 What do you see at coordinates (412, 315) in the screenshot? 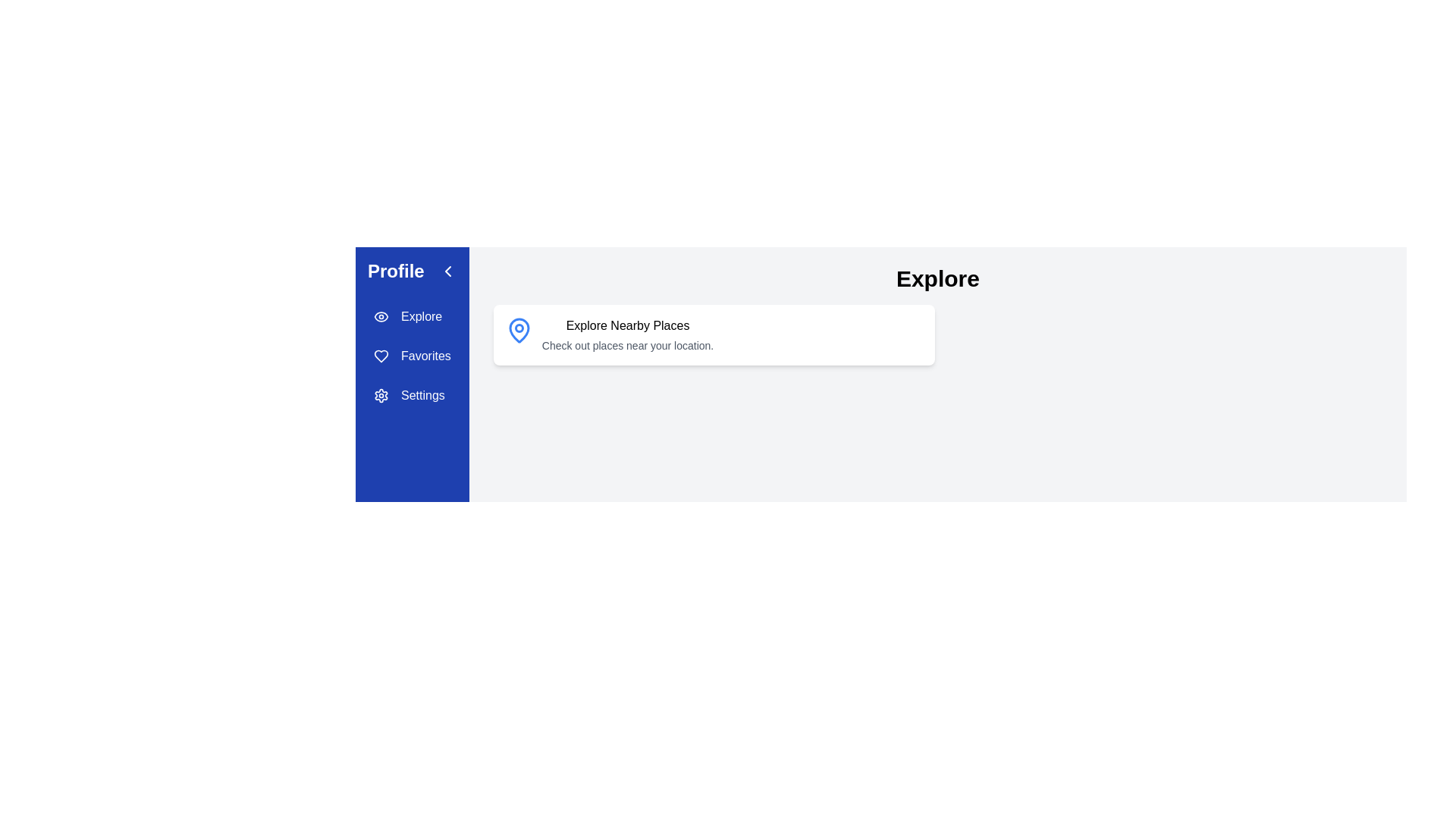
I see `the 'Explore' button in the blue sidebar` at bounding box center [412, 315].